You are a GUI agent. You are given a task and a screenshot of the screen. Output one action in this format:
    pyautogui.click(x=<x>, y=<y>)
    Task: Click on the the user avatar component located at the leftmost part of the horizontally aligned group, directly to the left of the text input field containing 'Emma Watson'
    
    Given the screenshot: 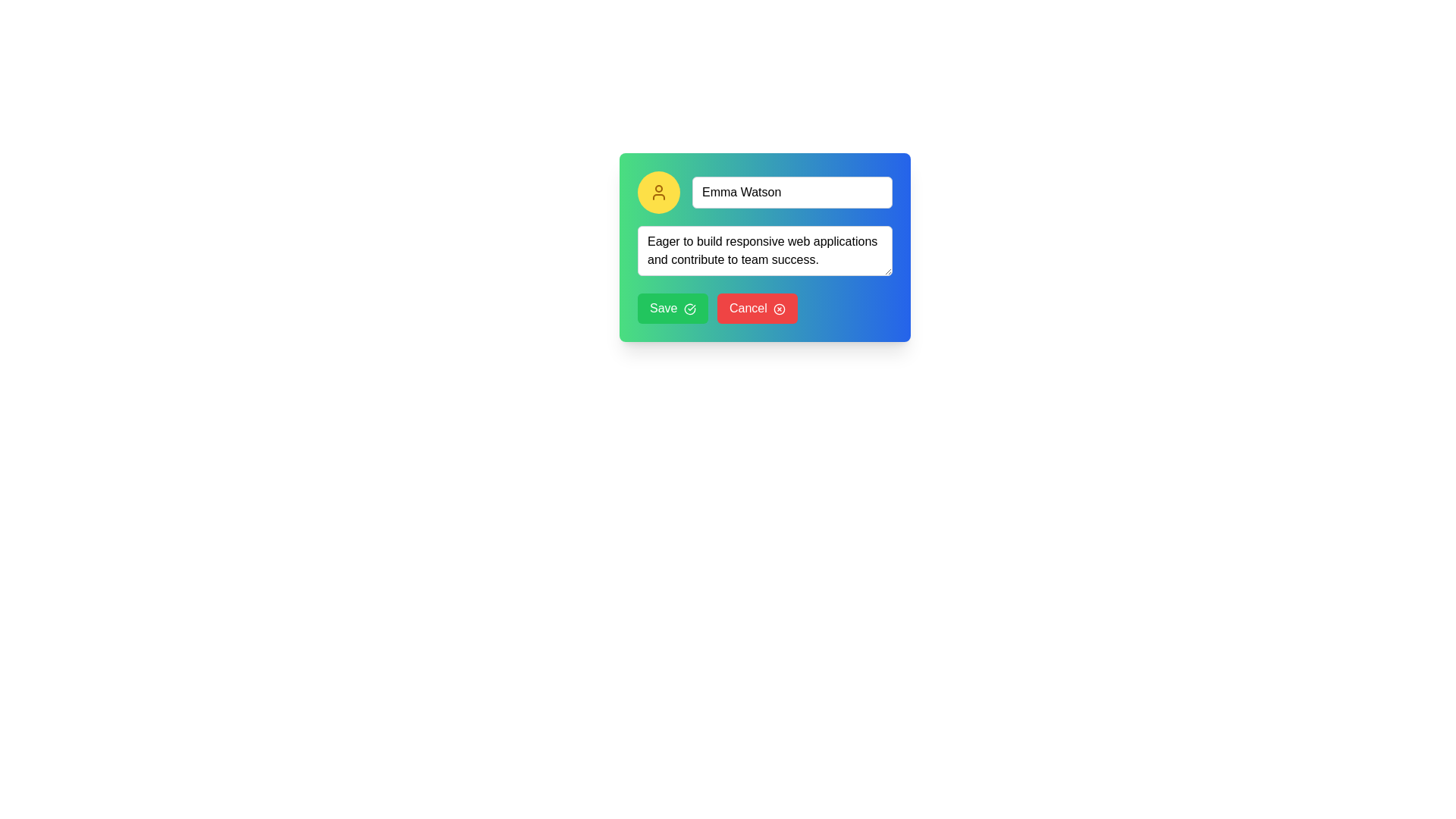 What is the action you would take?
    pyautogui.click(x=658, y=192)
    